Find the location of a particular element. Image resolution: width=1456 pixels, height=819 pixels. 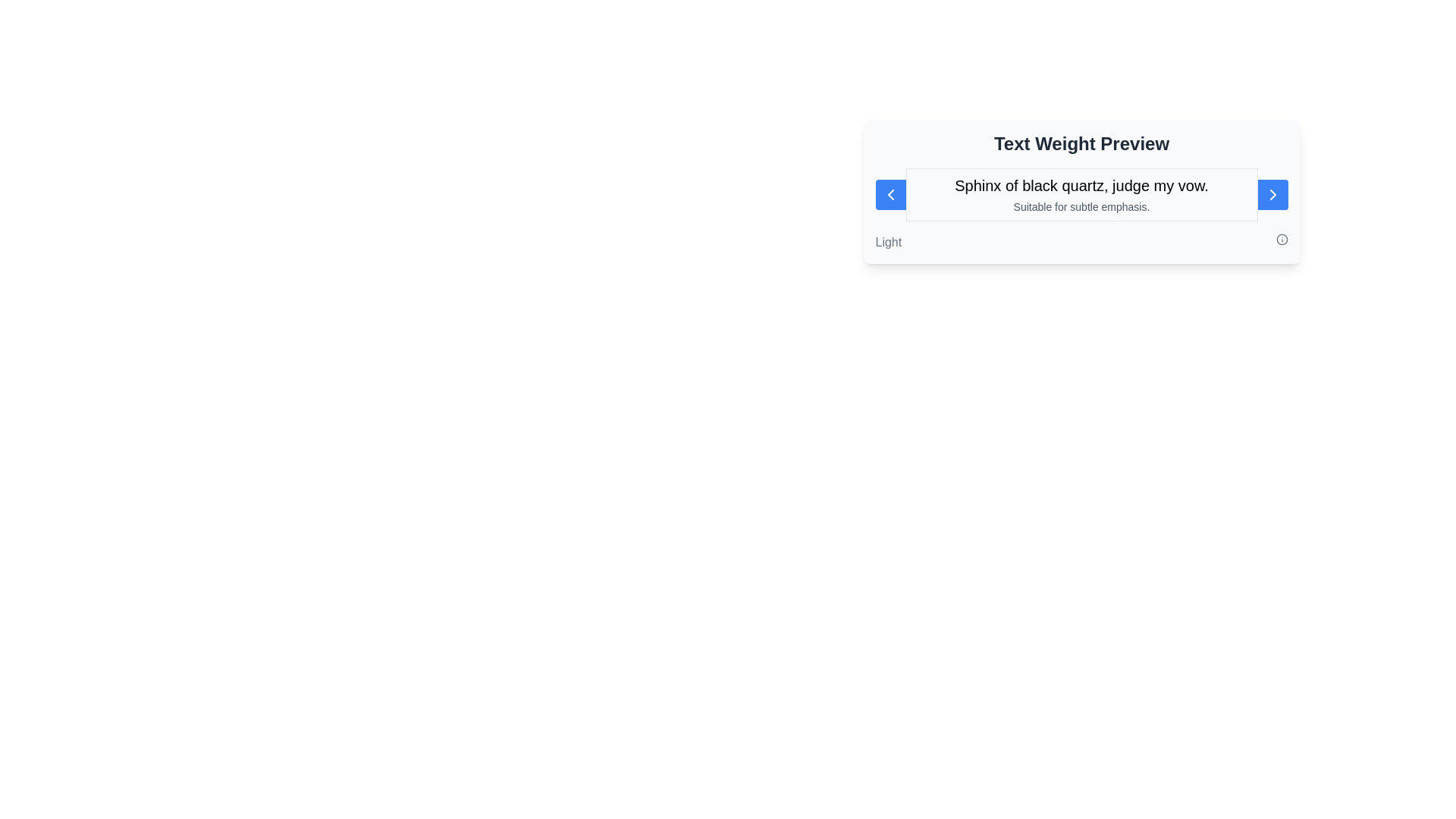

the 'info' icon located in the upper right section of the 'Text Weight Preview' card is located at coordinates (1281, 239).